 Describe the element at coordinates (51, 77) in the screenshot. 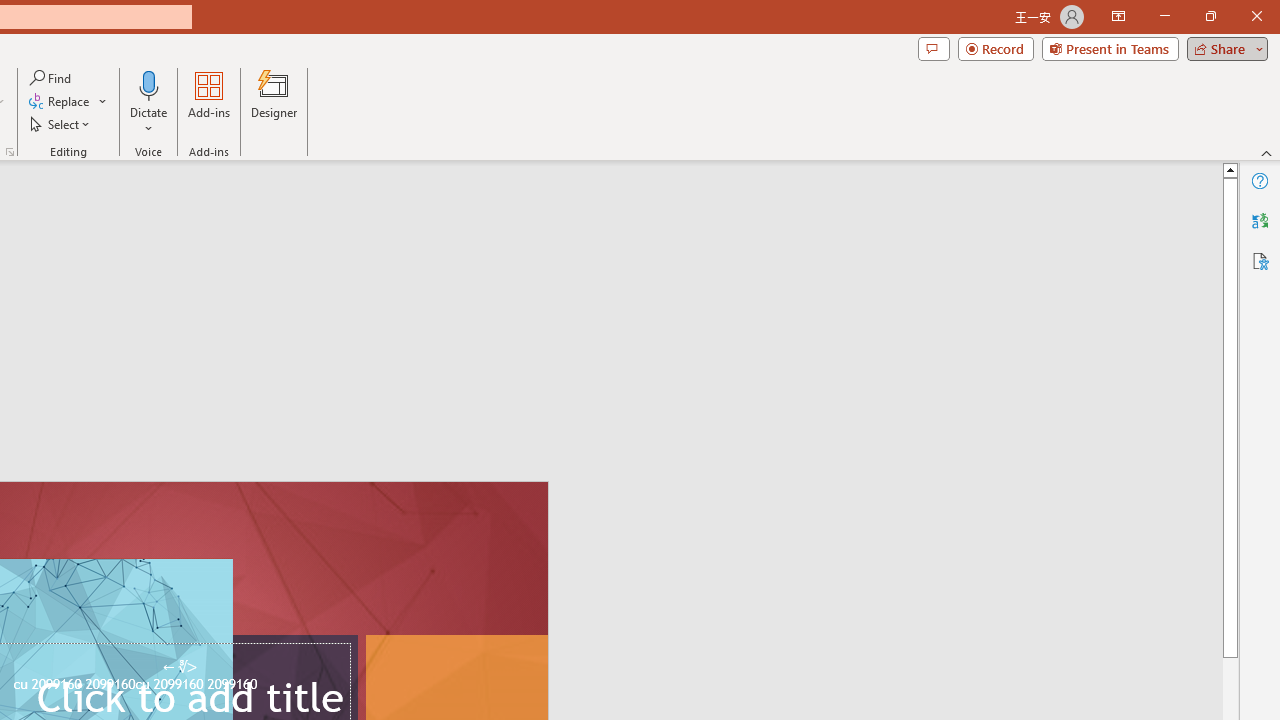

I see `'Find...'` at that location.